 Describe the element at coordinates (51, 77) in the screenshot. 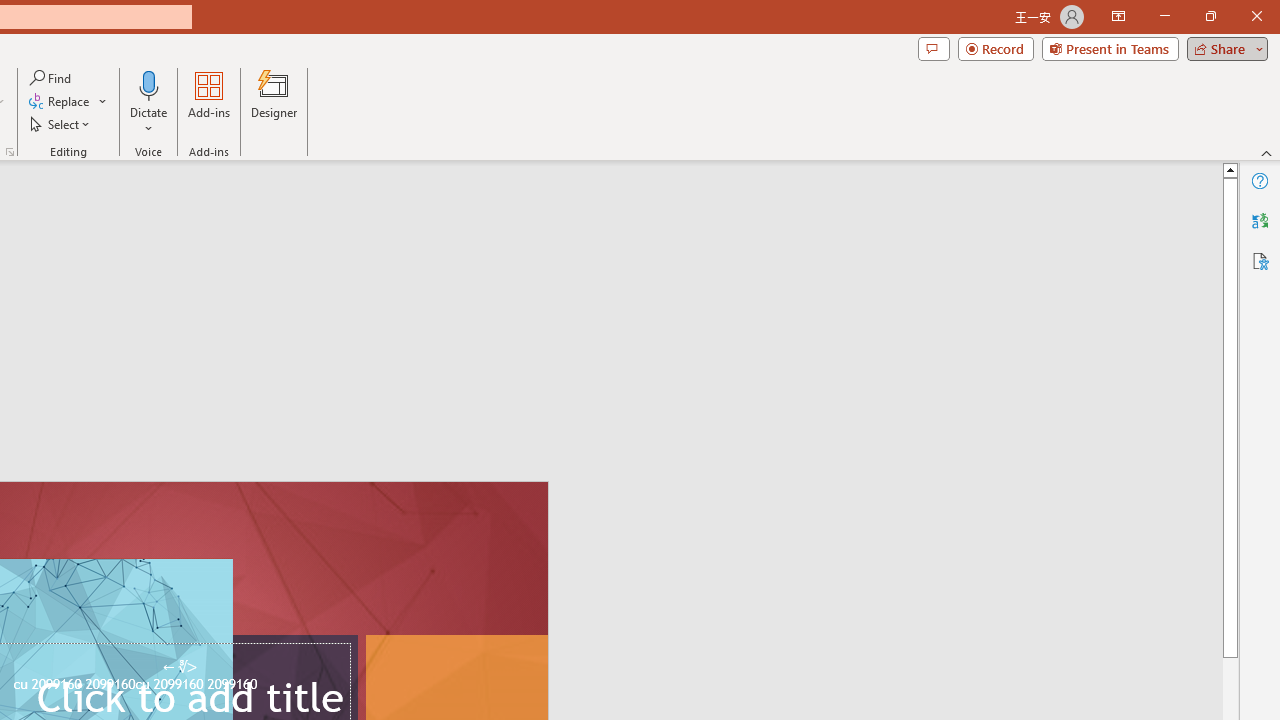

I see `'Find...'` at that location.